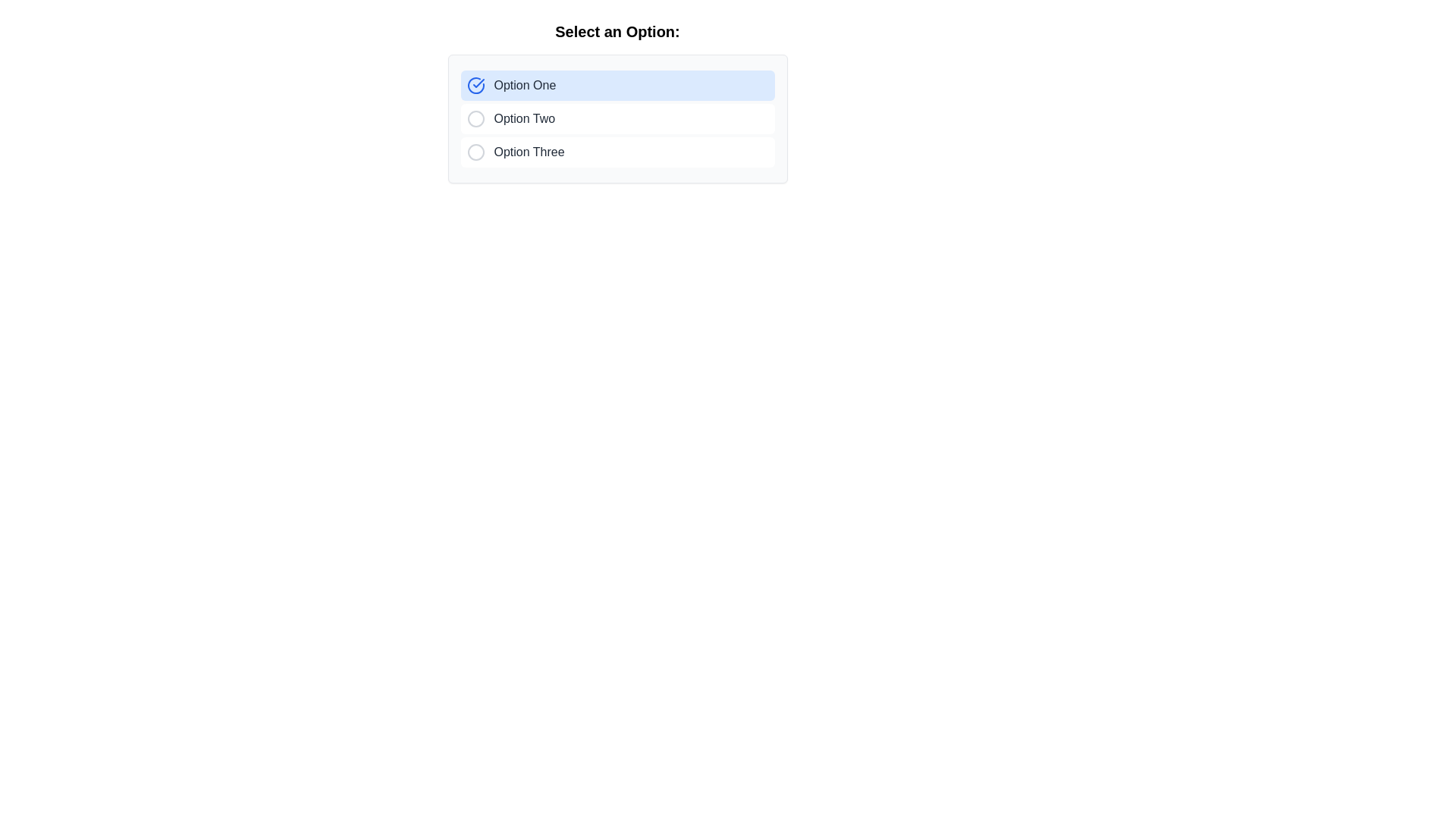  What do you see at coordinates (617, 118) in the screenshot?
I see `the second option in the radio button group, which is visually represented as a vertically stacked list of three selectable options with a gray background and a highlighted selection in blue` at bounding box center [617, 118].